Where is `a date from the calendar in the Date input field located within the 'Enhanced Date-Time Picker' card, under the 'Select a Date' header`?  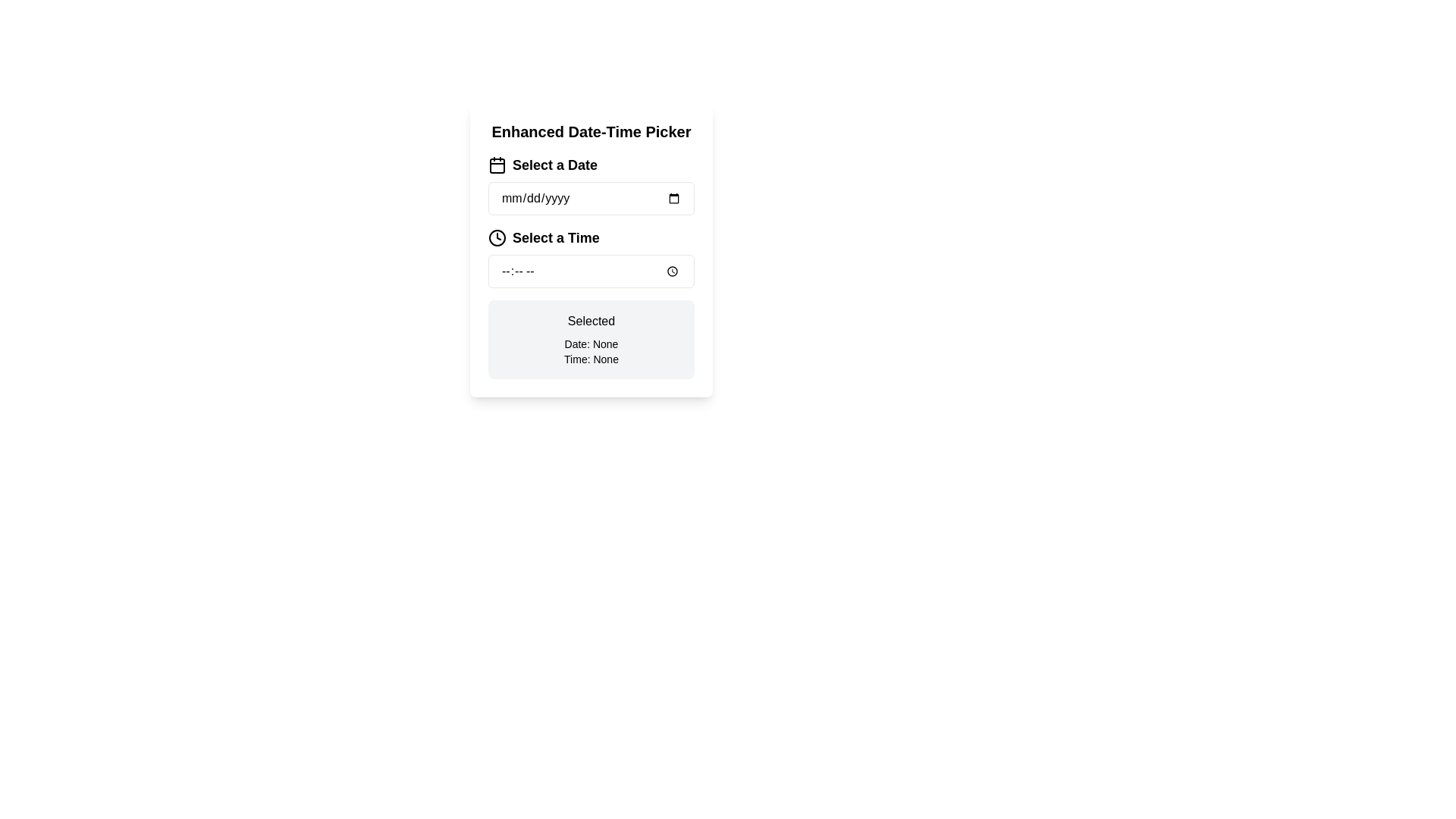
a date from the calendar in the Date input field located within the 'Enhanced Date-Time Picker' card, under the 'Select a Date' header is located at coordinates (590, 184).